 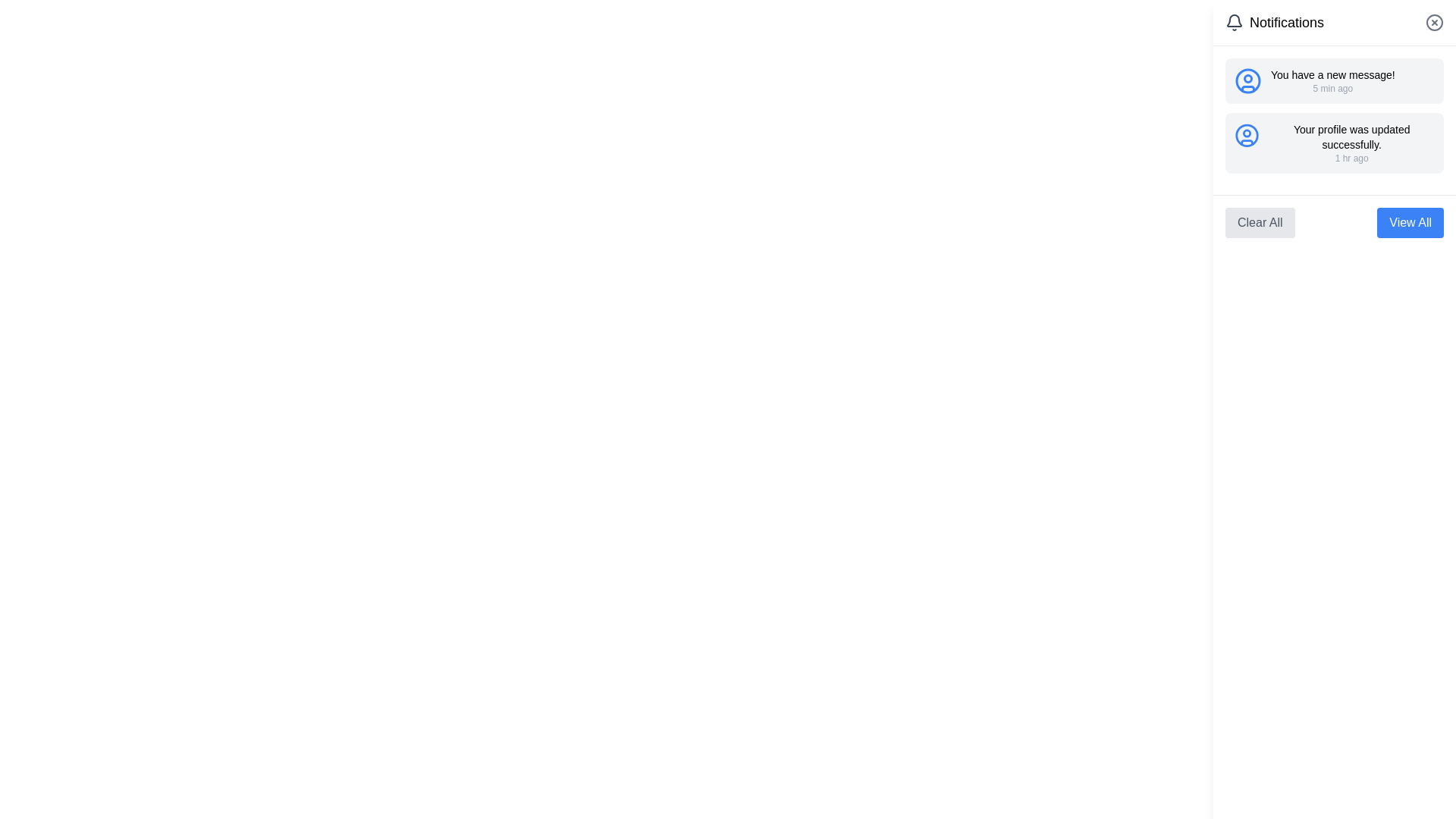 I want to click on the bottom section of the blue curved line of the user icon located in the top-right notifications panel, so click(x=1248, y=88).